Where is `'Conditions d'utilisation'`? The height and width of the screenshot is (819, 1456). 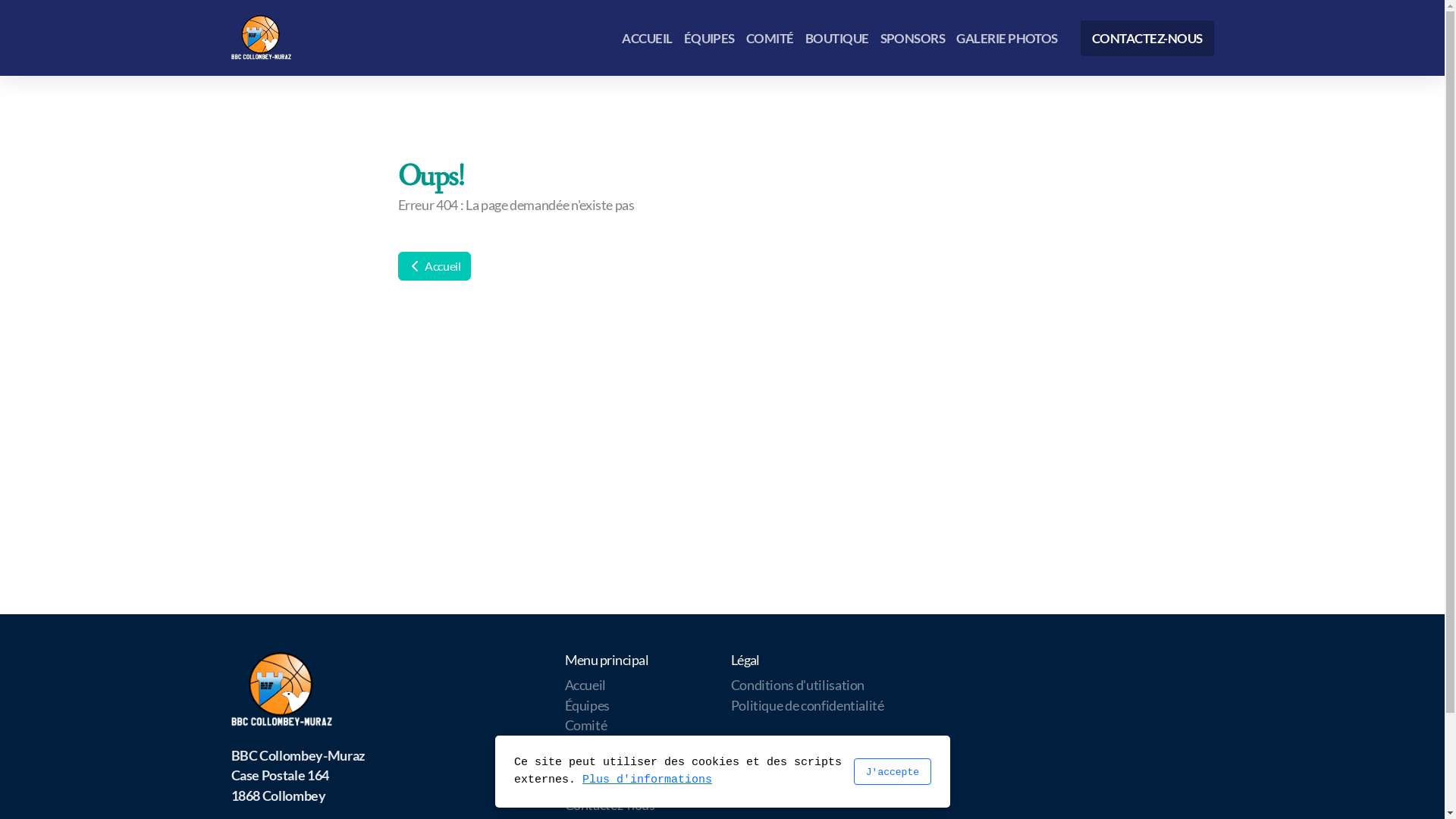 'Conditions d'utilisation' is located at coordinates (731, 685).